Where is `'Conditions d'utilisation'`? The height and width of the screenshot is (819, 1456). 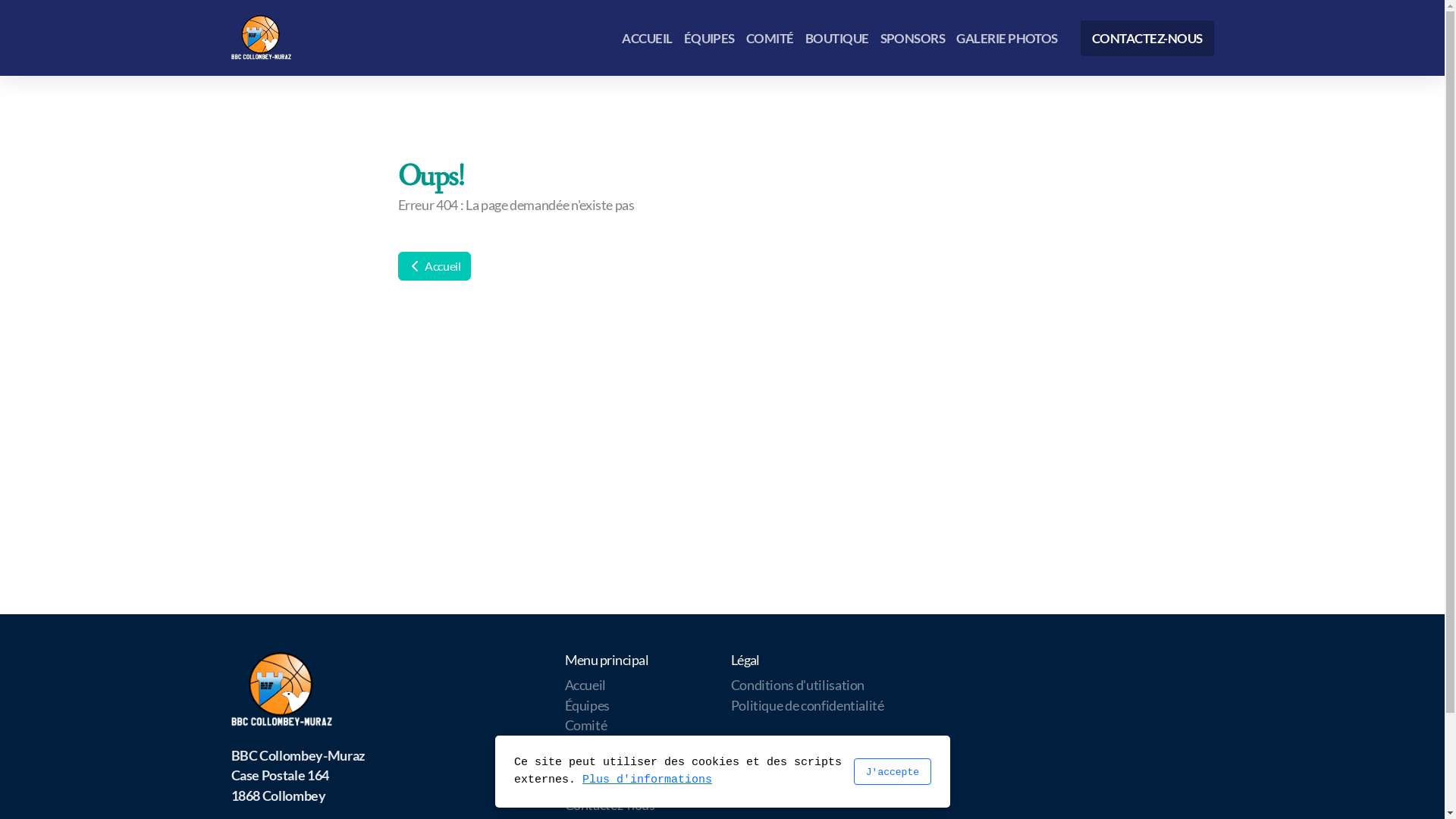 'Conditions d'utilisation' is located at coordinates (731, 685).